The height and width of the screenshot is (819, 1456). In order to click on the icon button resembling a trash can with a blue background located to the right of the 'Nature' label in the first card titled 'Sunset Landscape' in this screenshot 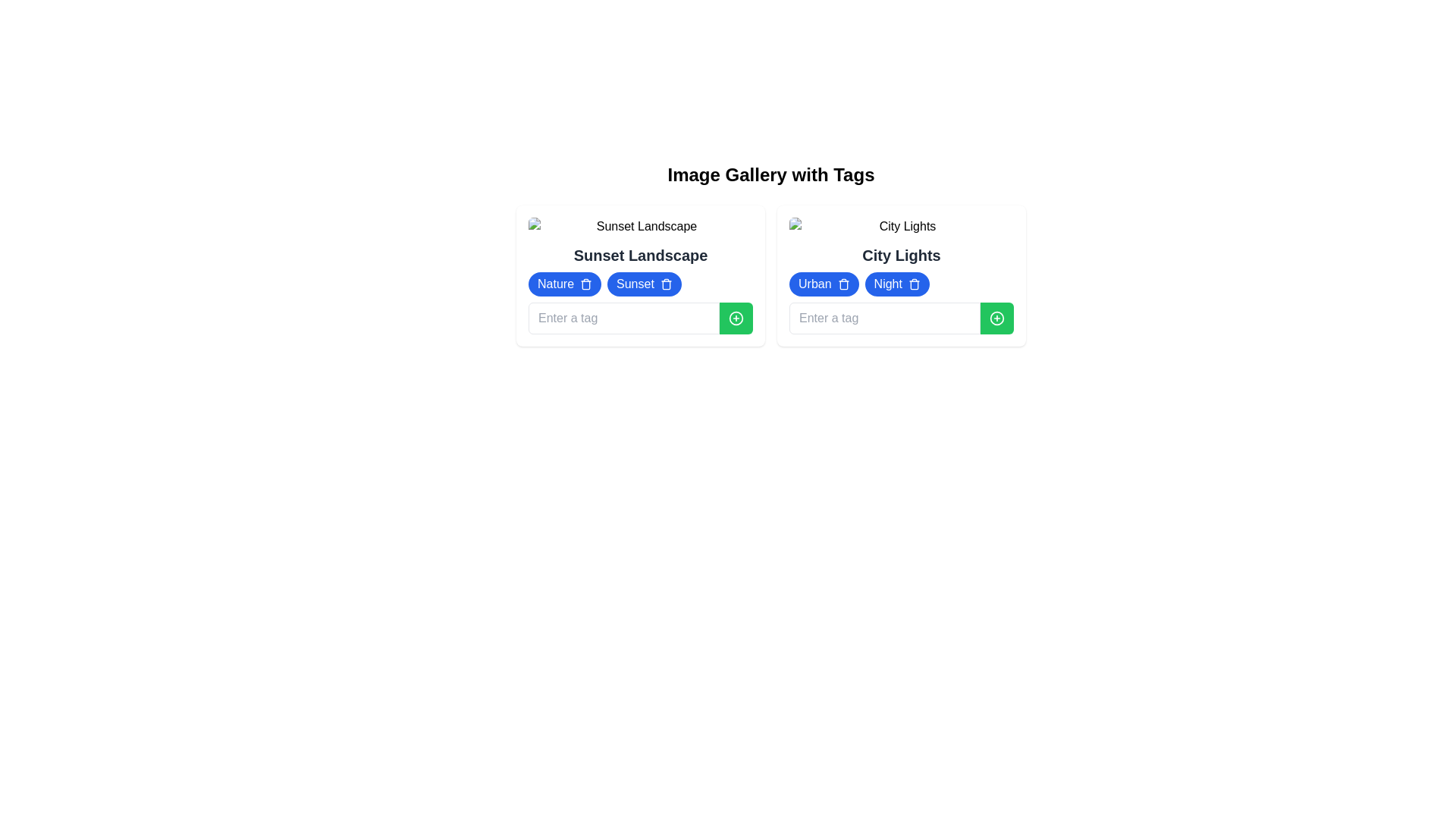, I will do `click(585, 284)`.